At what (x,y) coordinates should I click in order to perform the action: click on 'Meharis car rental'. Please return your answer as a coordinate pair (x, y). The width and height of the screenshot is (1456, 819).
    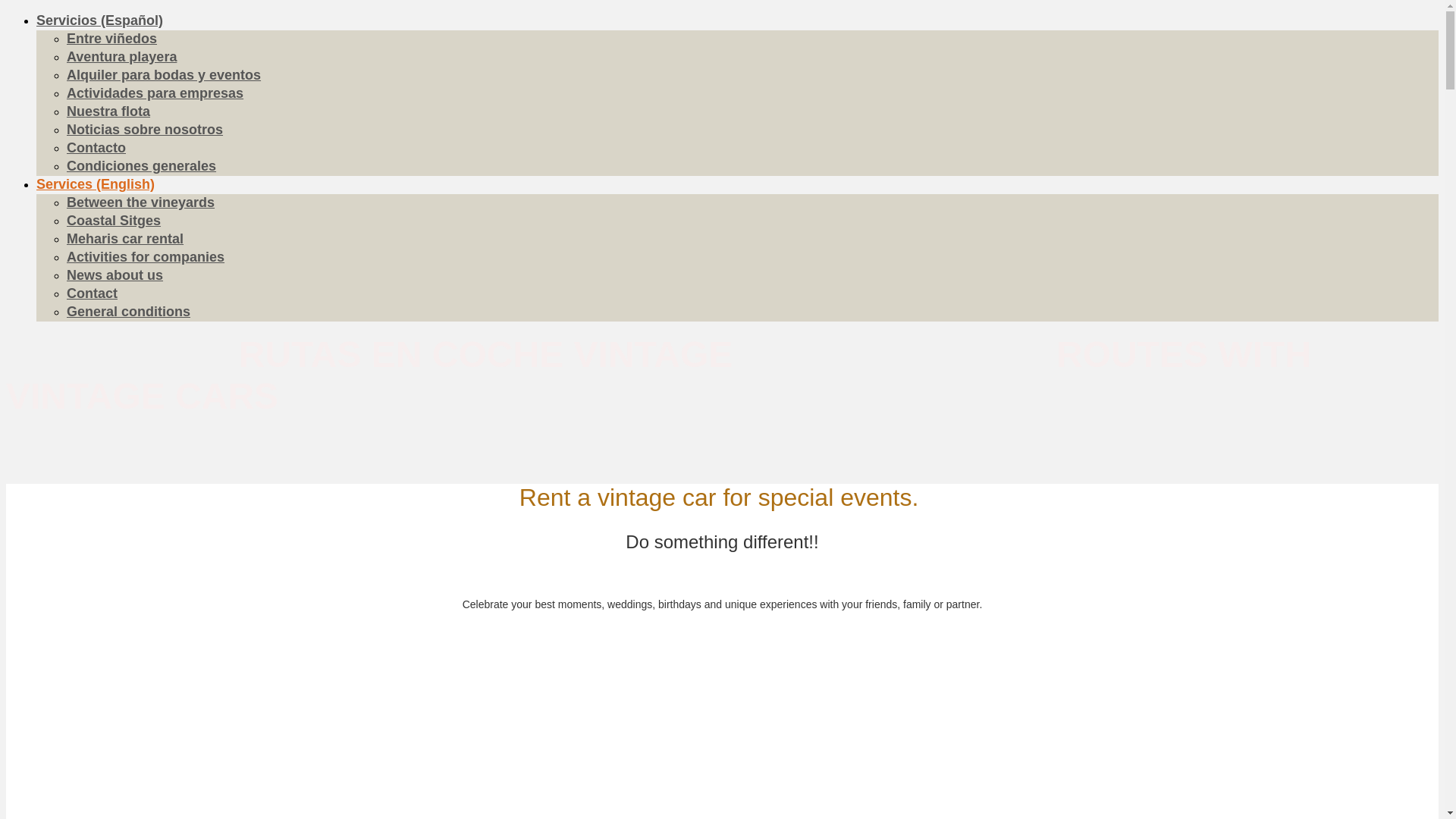
    Looking at the image, I should click on (124, 239).